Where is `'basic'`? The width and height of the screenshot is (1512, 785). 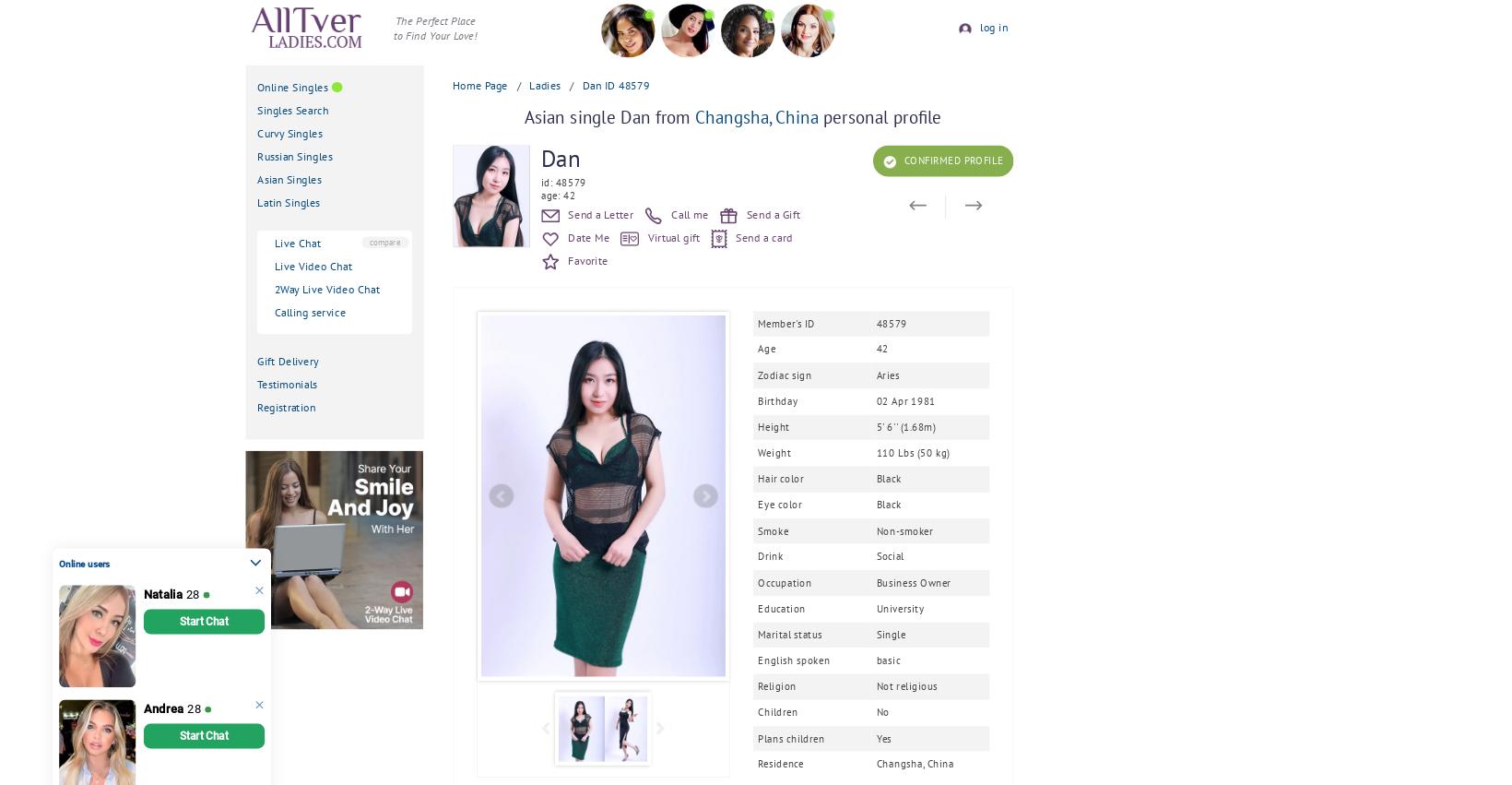 'basic' is located at coordinates (888, 659).